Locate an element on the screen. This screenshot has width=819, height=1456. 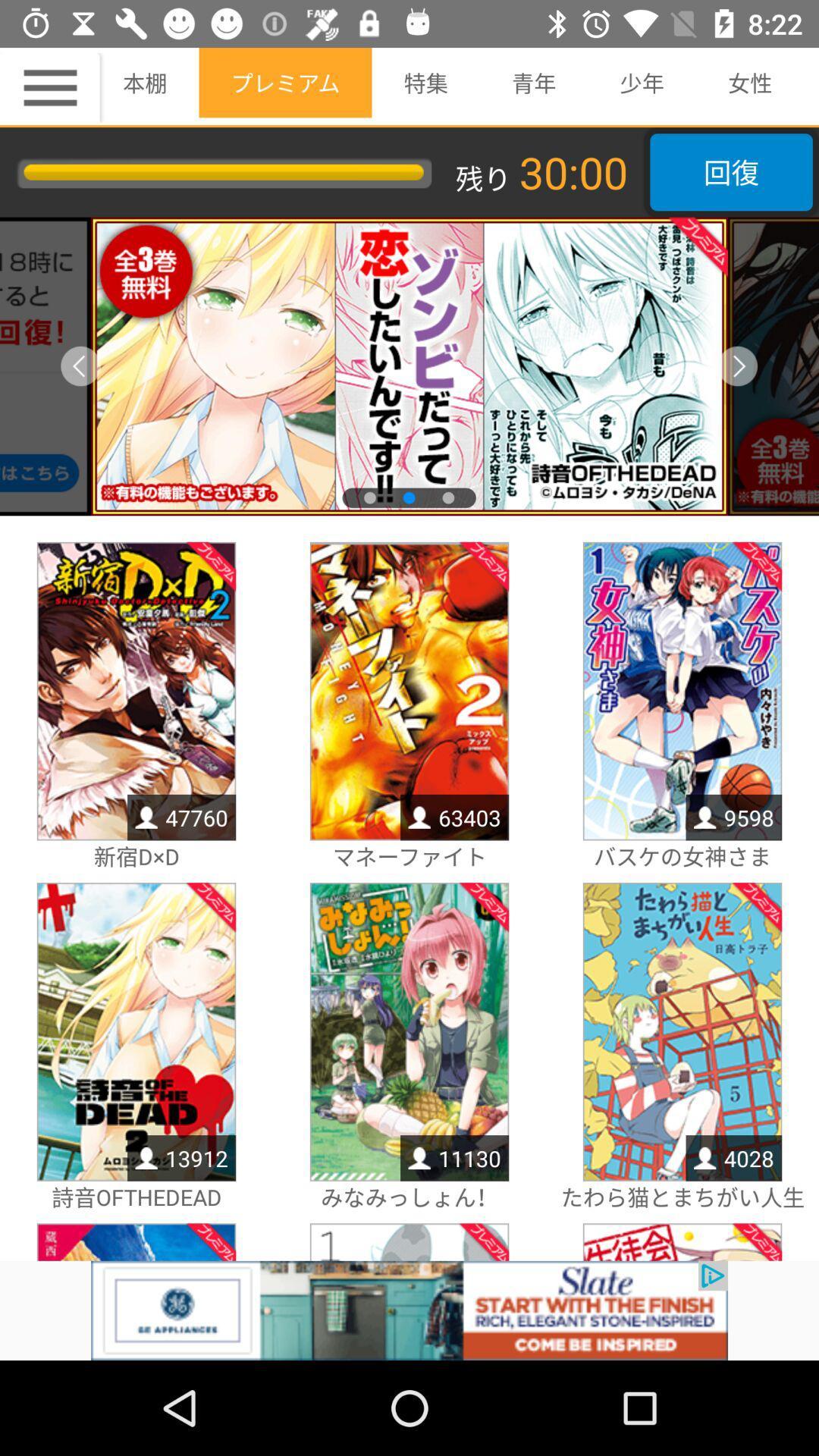
the menu icon is located at coordinates (52, 86).